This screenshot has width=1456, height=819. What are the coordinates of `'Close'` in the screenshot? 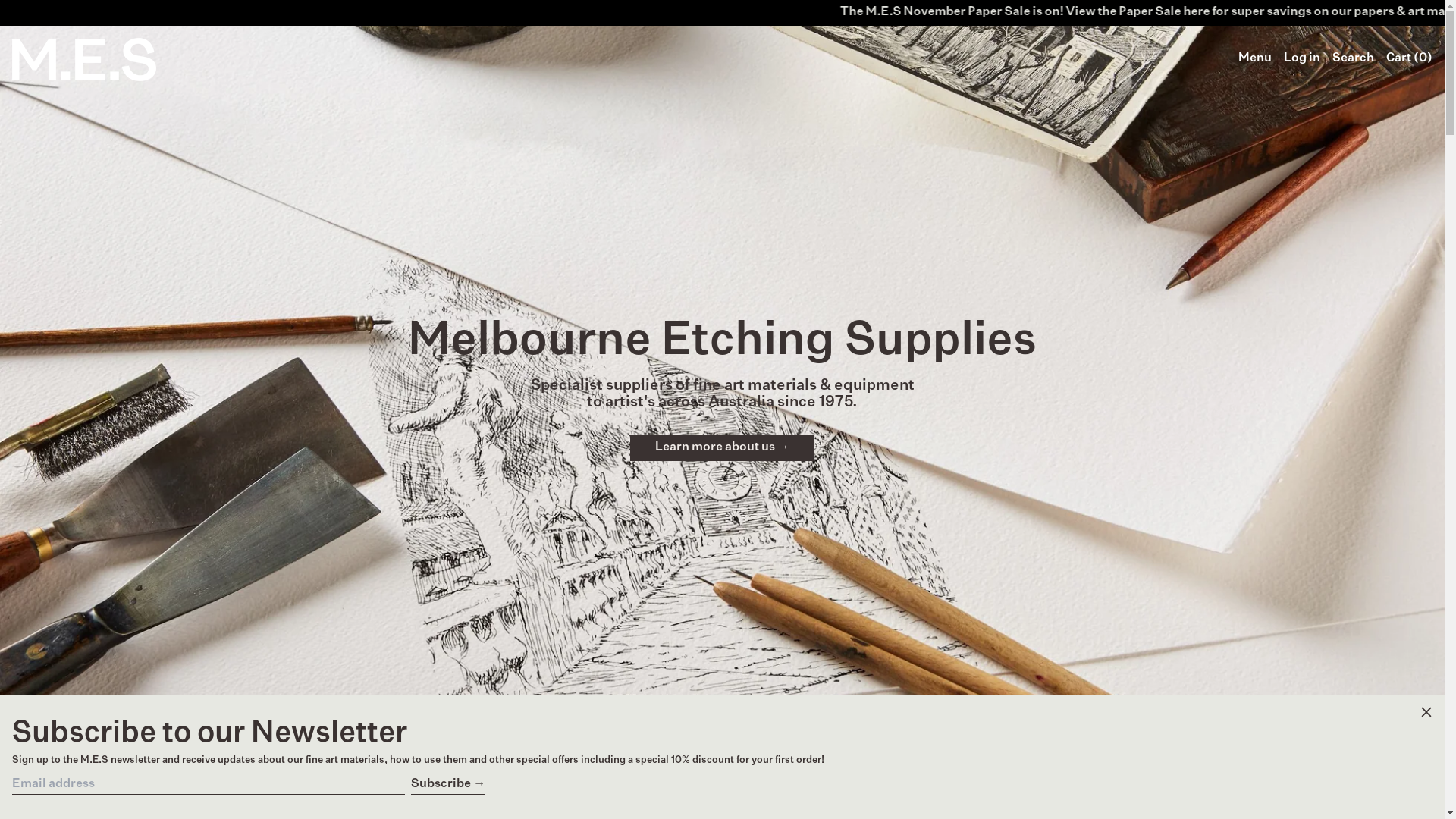 It's located at (1426, 714).